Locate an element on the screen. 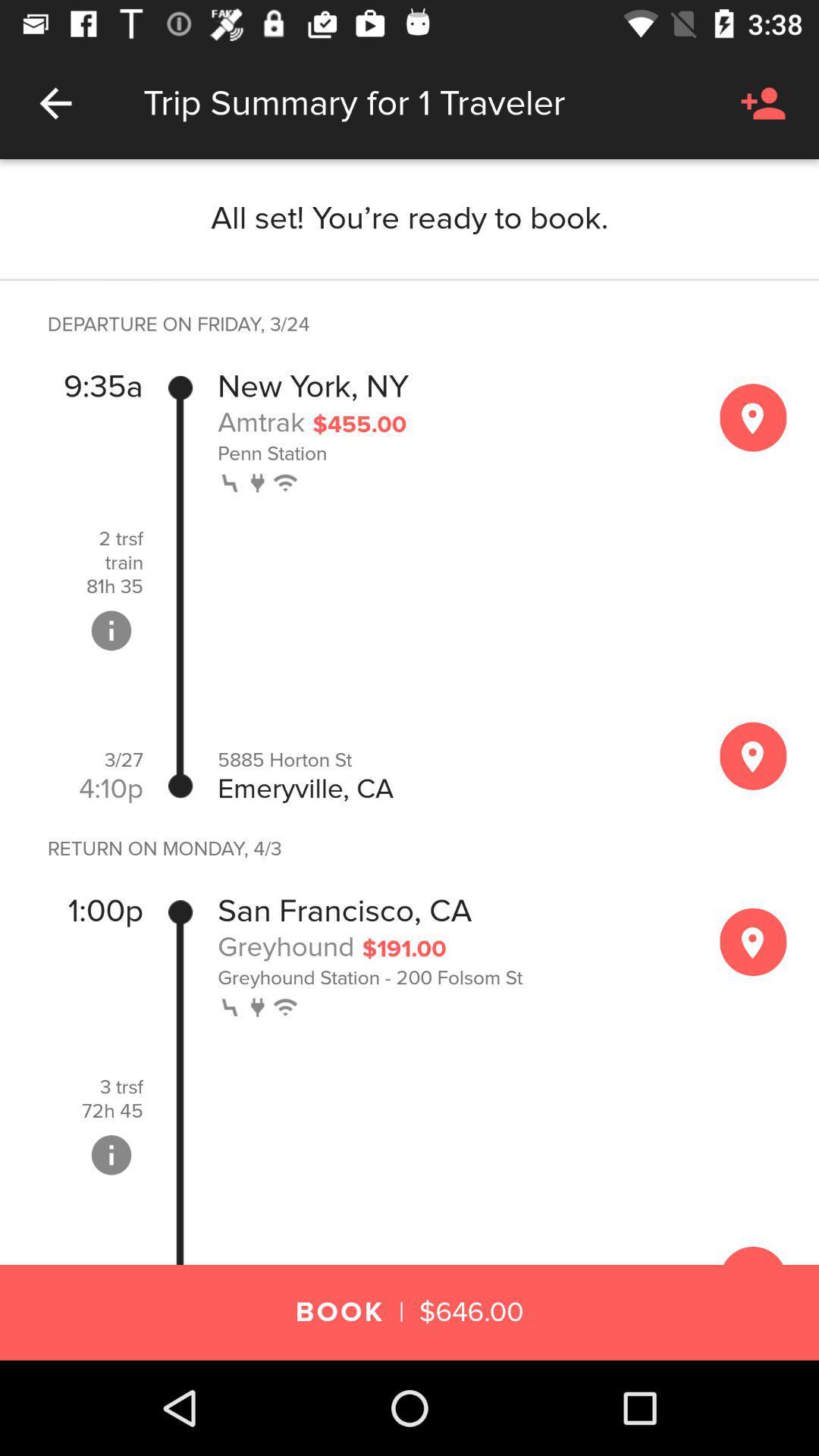 Image resolution: width=819 pixels, height=1456 pixels. the 5885 horton st item is located at coordinates (452, 760).